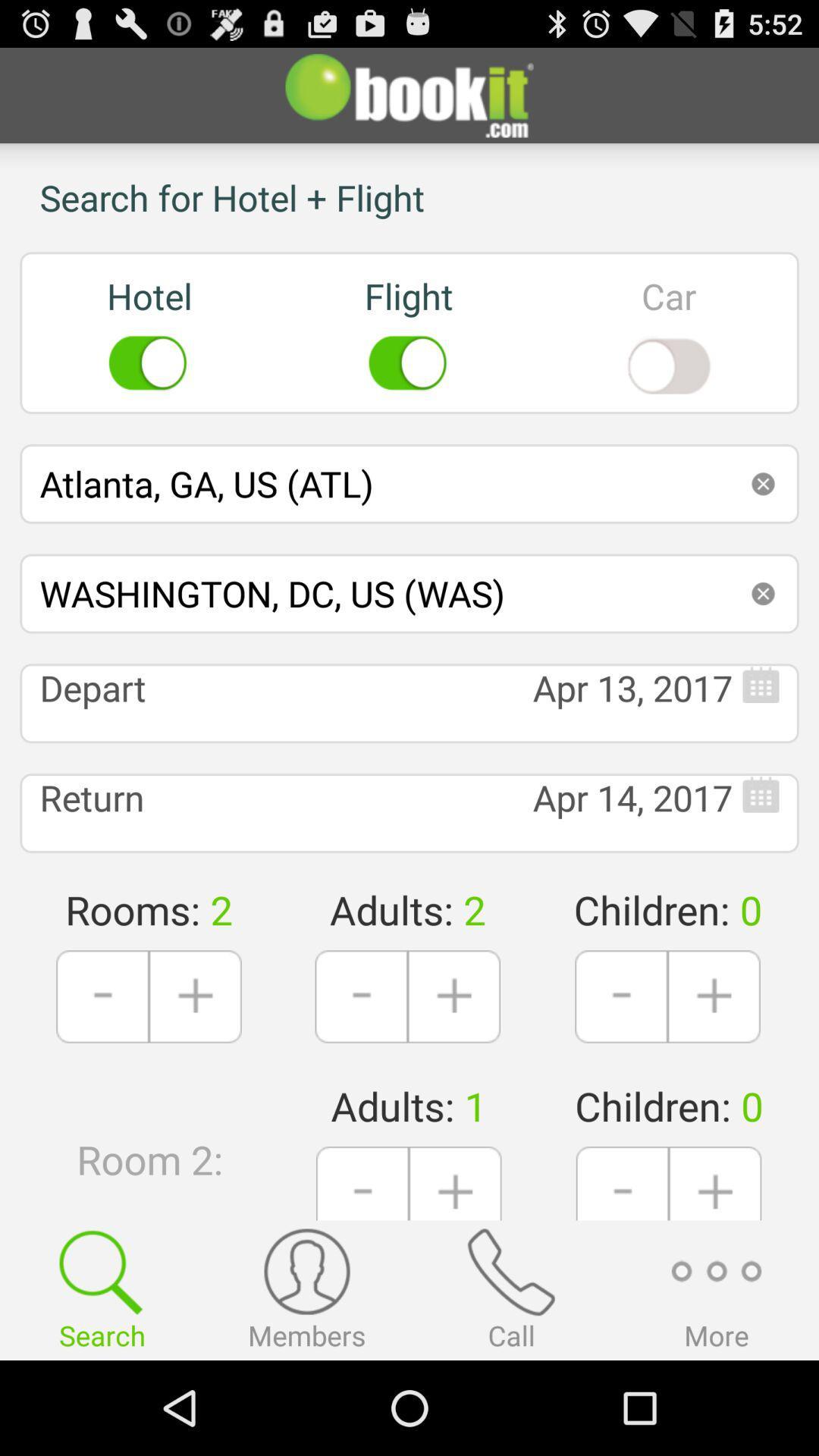 The image size is (819, 1456). What do you see at coordinates (714, 1065) in the screenshot?
I see `the add icon` at bounding box center [714, 1065].